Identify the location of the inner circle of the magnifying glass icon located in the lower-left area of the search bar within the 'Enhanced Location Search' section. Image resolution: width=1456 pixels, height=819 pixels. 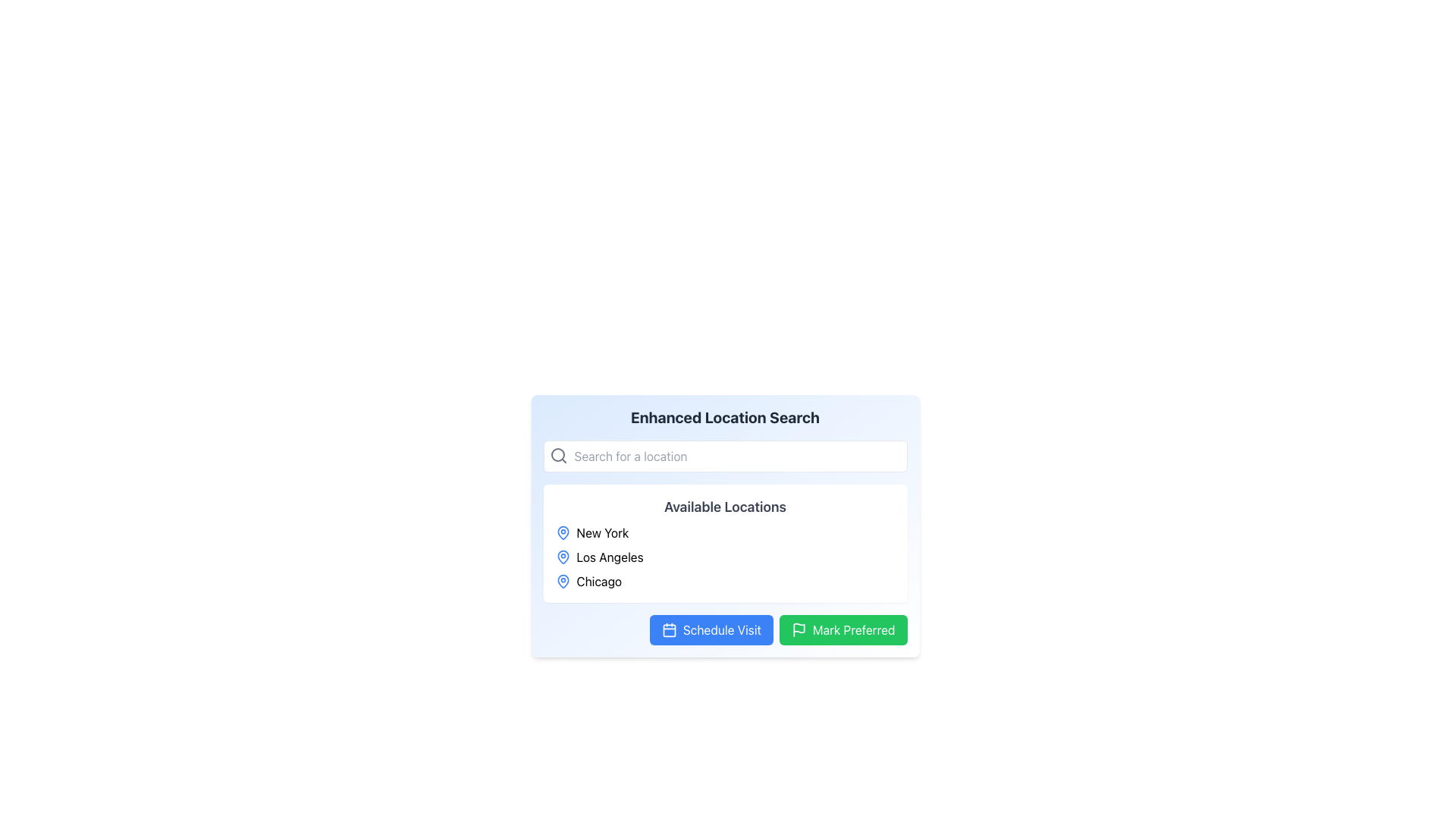
(557, 454).